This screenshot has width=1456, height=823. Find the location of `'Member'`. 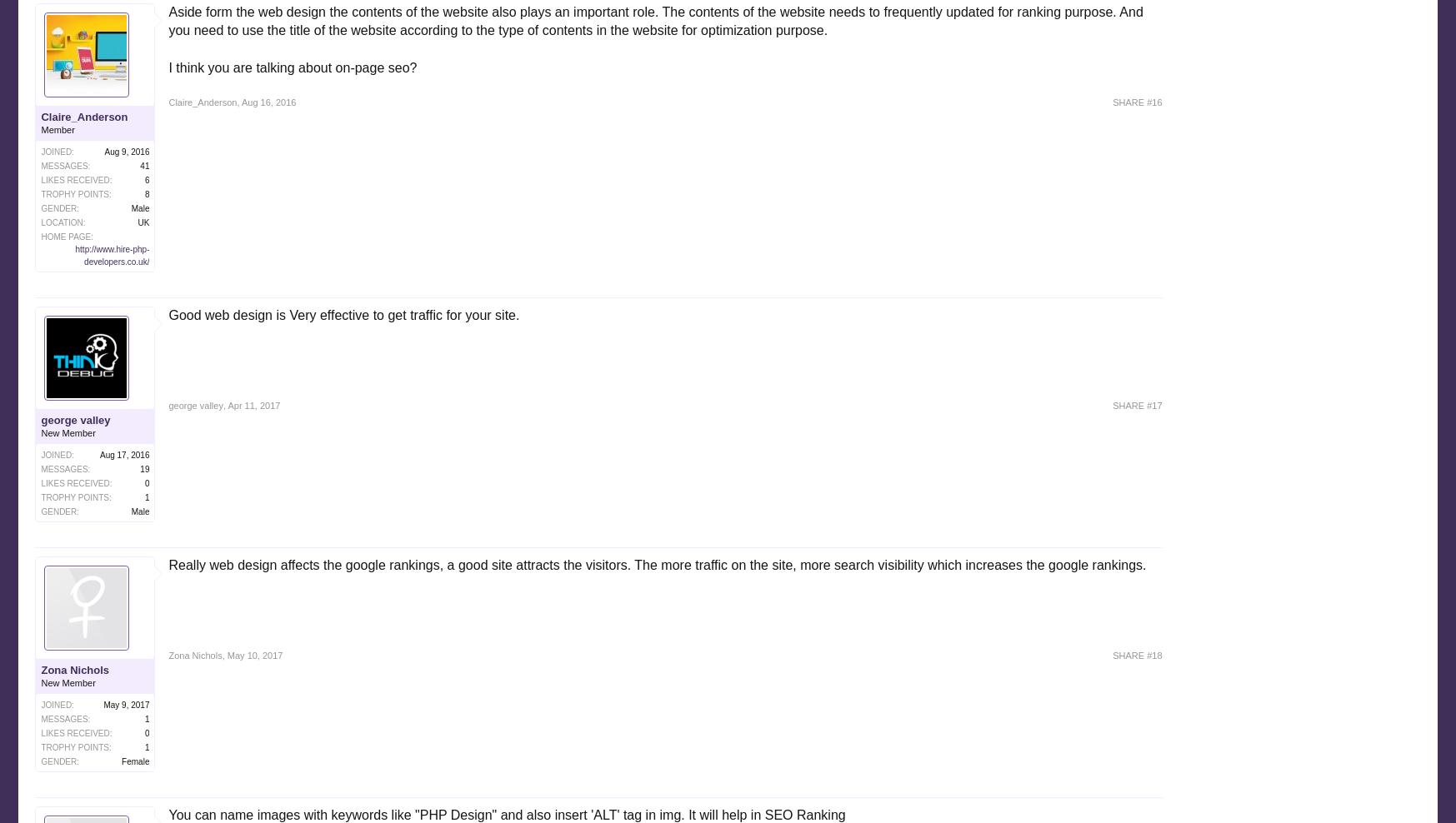

'Member' is located at coordinates (57, 128).